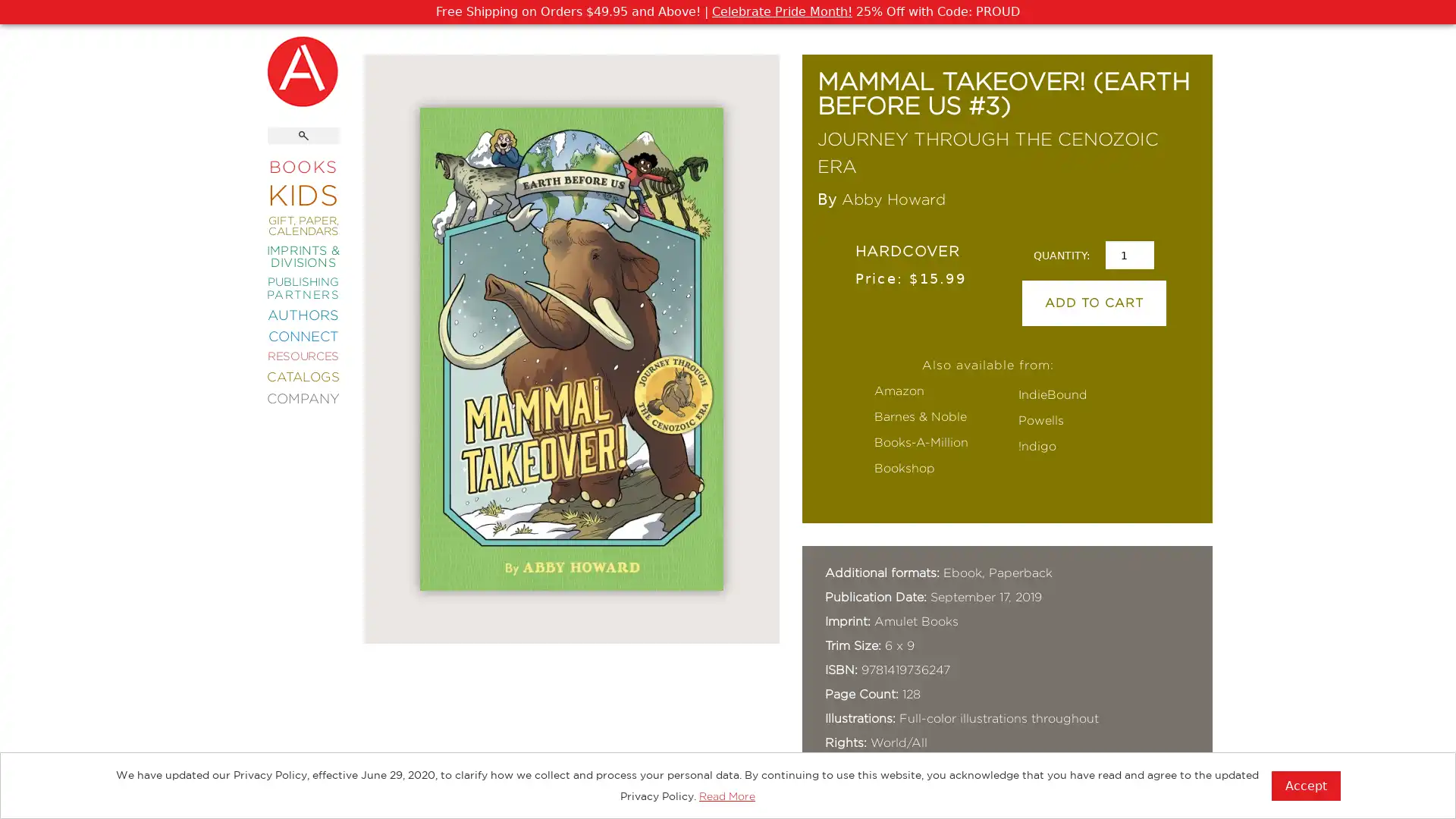  I want to click on RESOURCES, so click(303, 356).